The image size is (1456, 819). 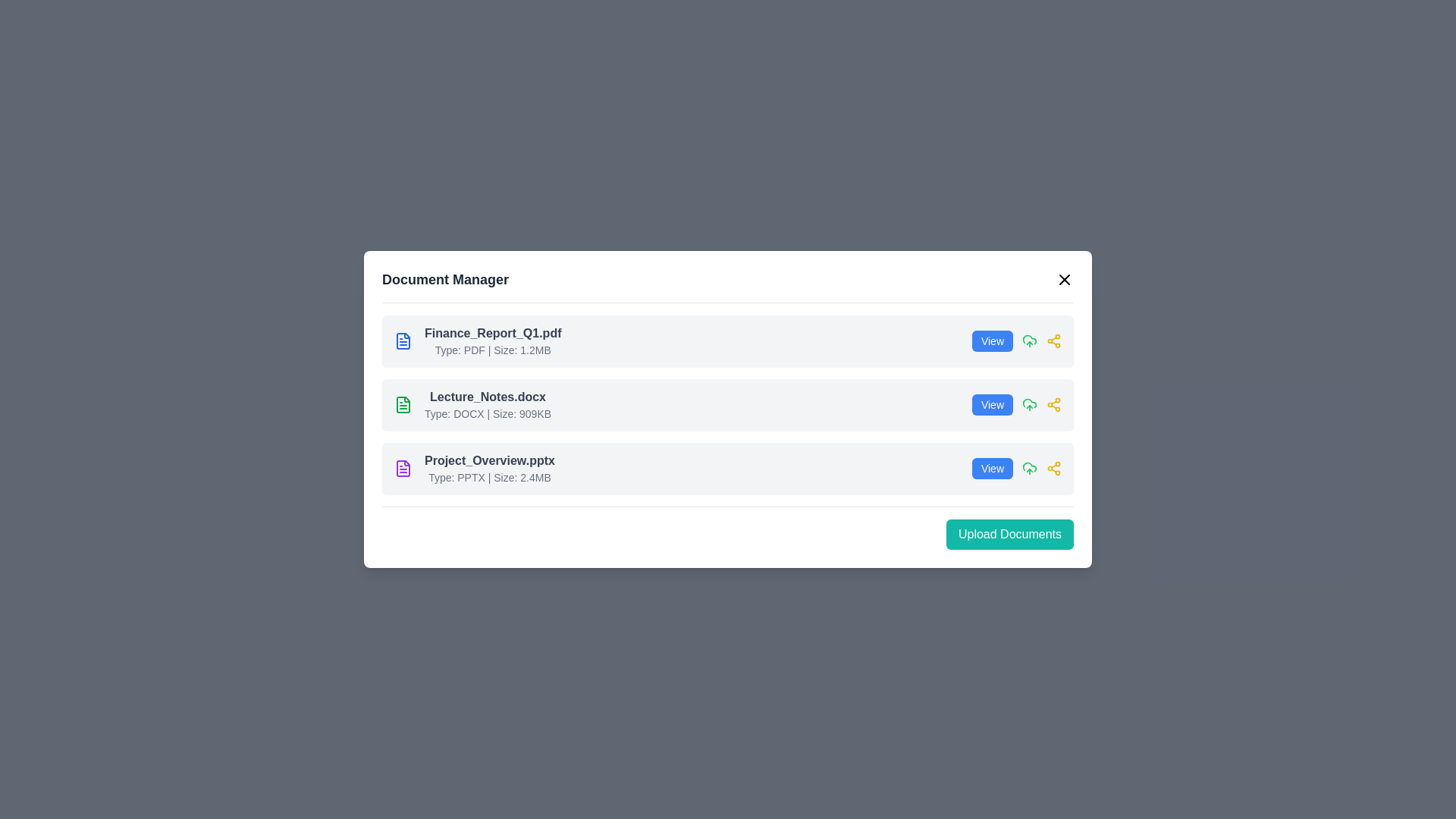 What do you see at coordinates (992, 341) in the screenshot?
I see `the blue 'View' button with white text, which is the first button in a horizontal group located right of the 'Finance_Report_Q1.pdf' file name` at bounding box center [992, 341].